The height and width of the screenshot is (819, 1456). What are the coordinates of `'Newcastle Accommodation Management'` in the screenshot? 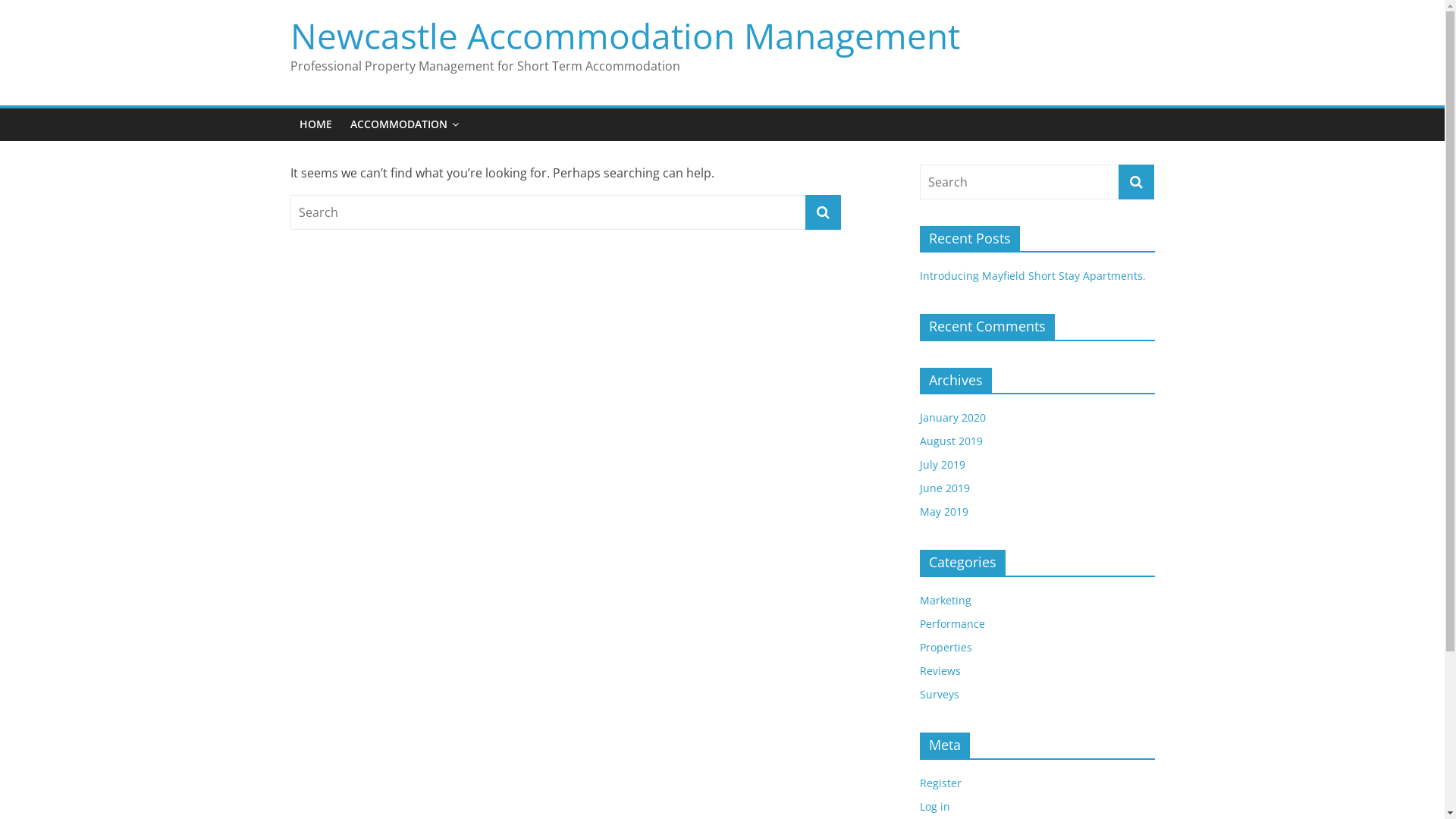 It's located at (290, 34).